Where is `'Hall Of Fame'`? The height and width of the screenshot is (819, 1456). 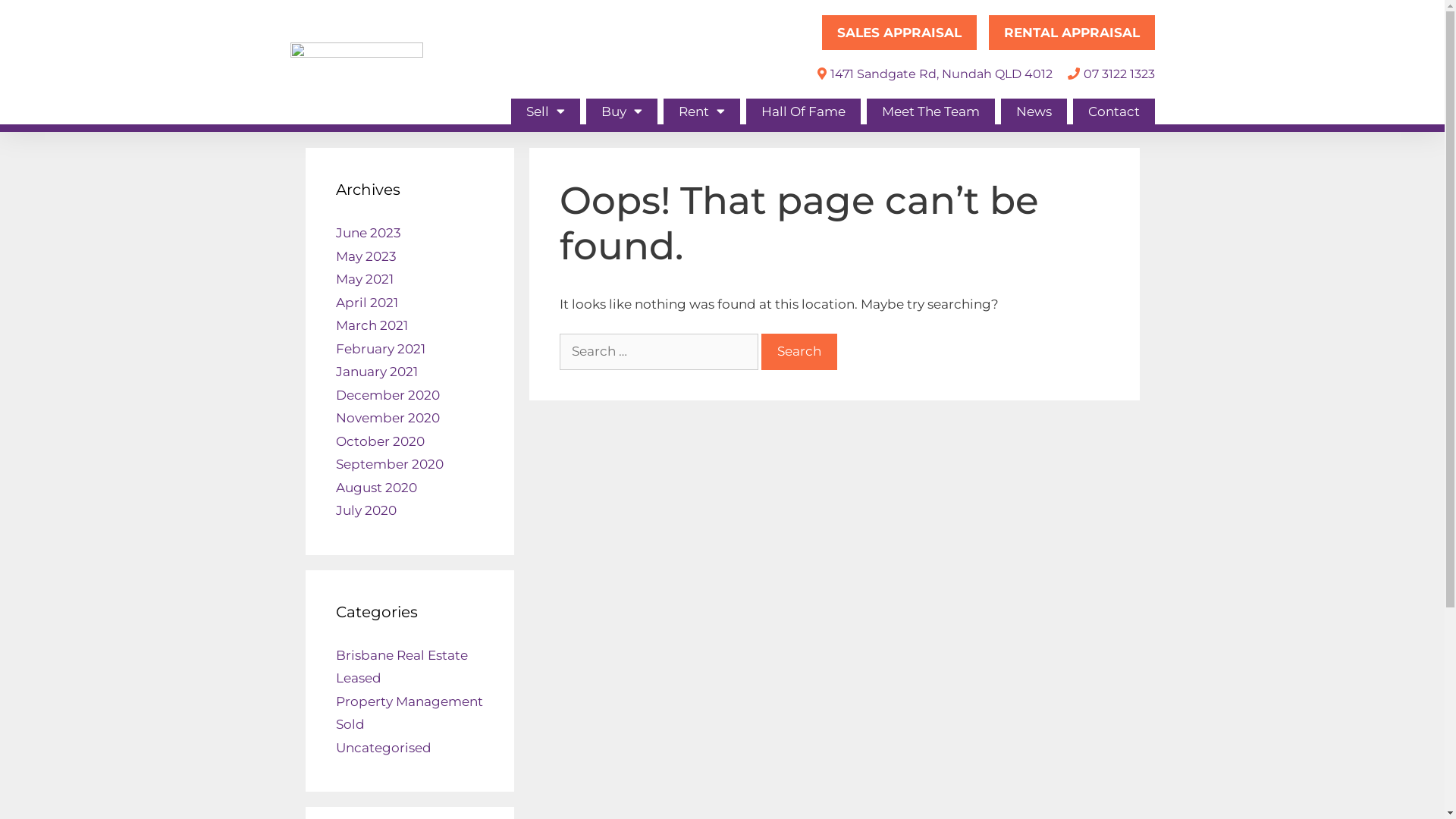
'Hall Of Fame' is located at coordinates (745, 110).